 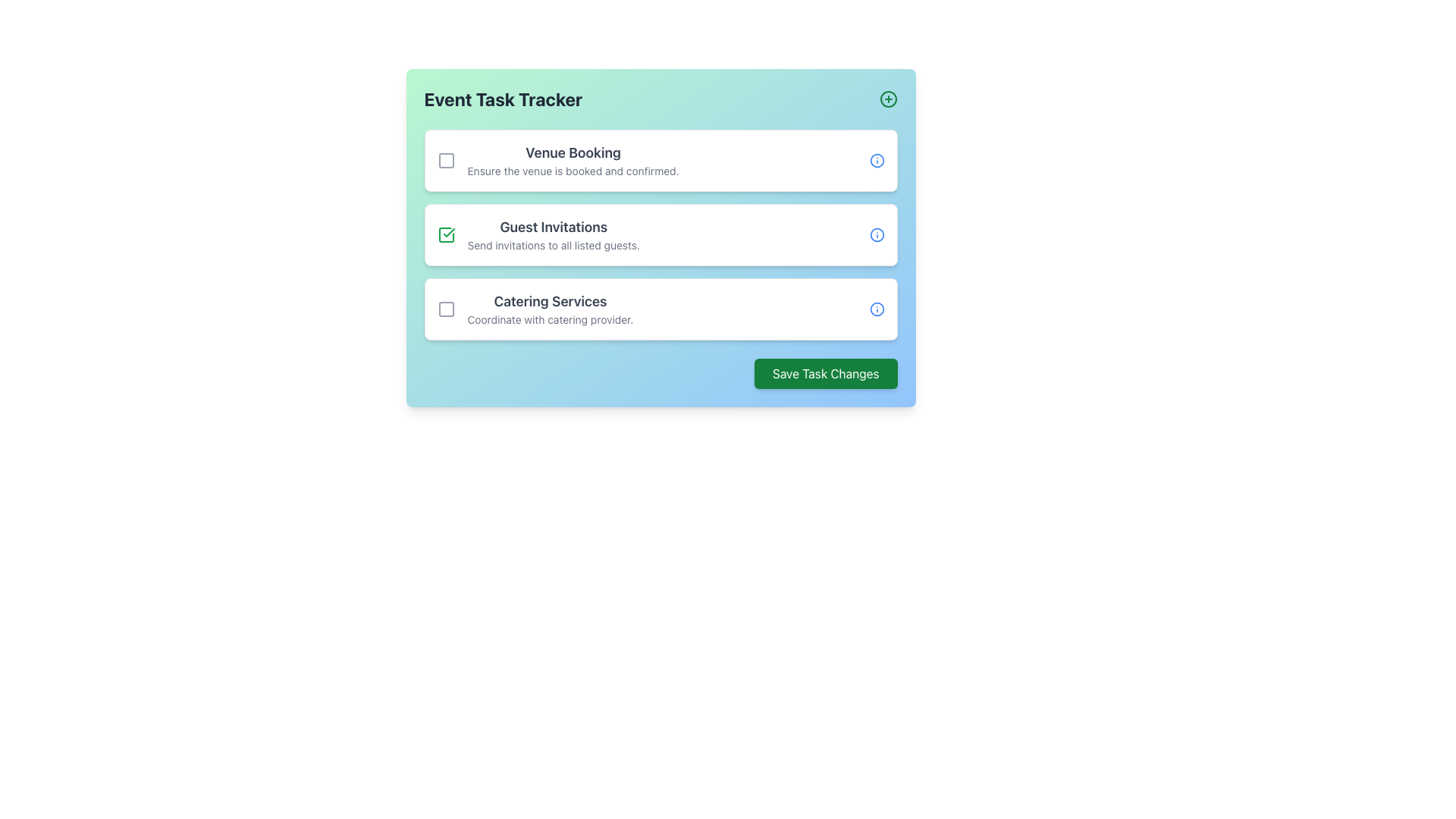 I want to click on the heading/label that describes the task item, located at the top of the list item with the subtitle 'Ensure the venue is booked and confirmed.', so click(x=573, y=152).